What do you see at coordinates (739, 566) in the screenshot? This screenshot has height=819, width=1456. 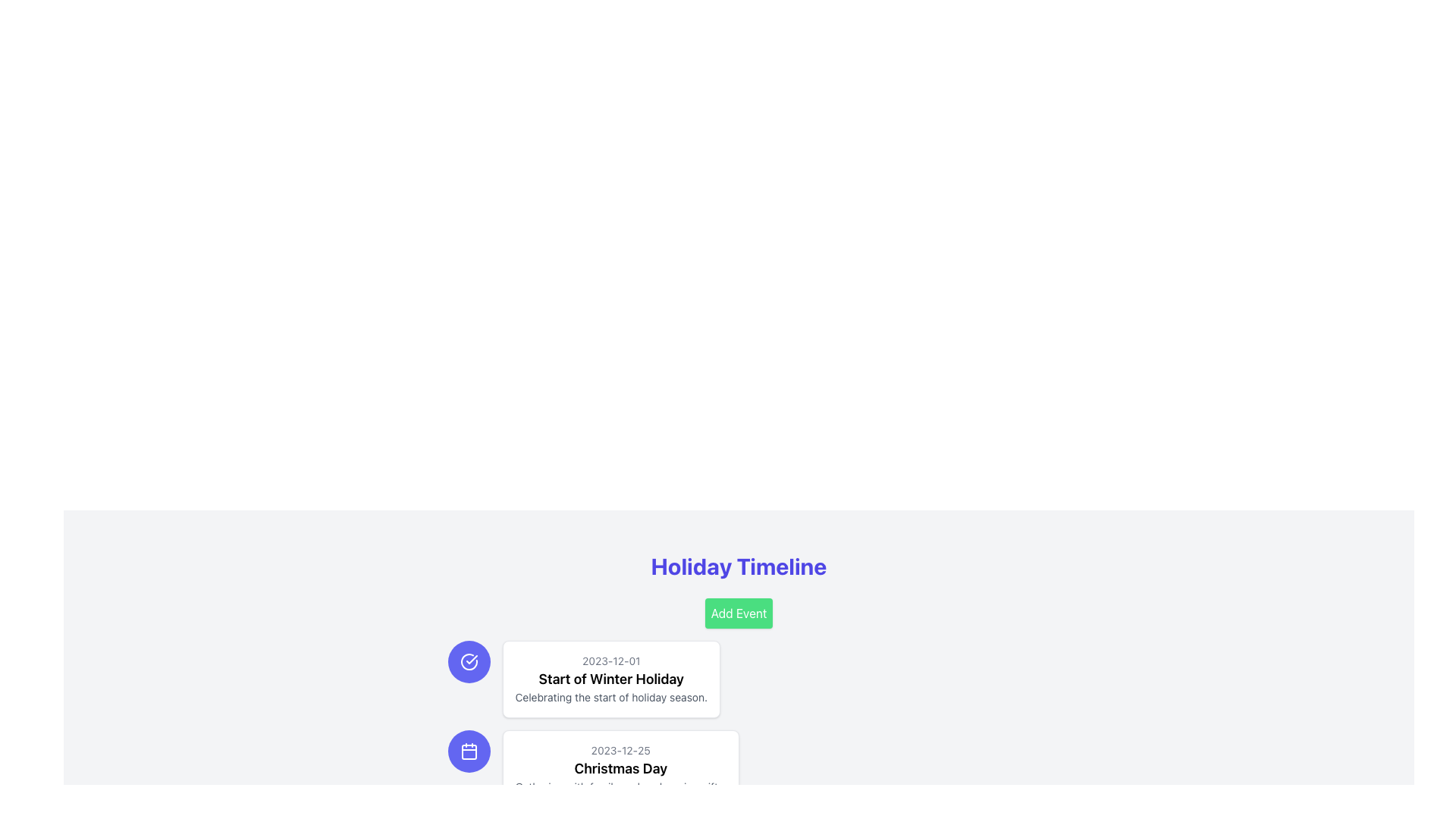 I see `the prominently styled heading with the text 'Holiday Timeline' by moving the cursor to its center position` at bounding box center [739, 566].